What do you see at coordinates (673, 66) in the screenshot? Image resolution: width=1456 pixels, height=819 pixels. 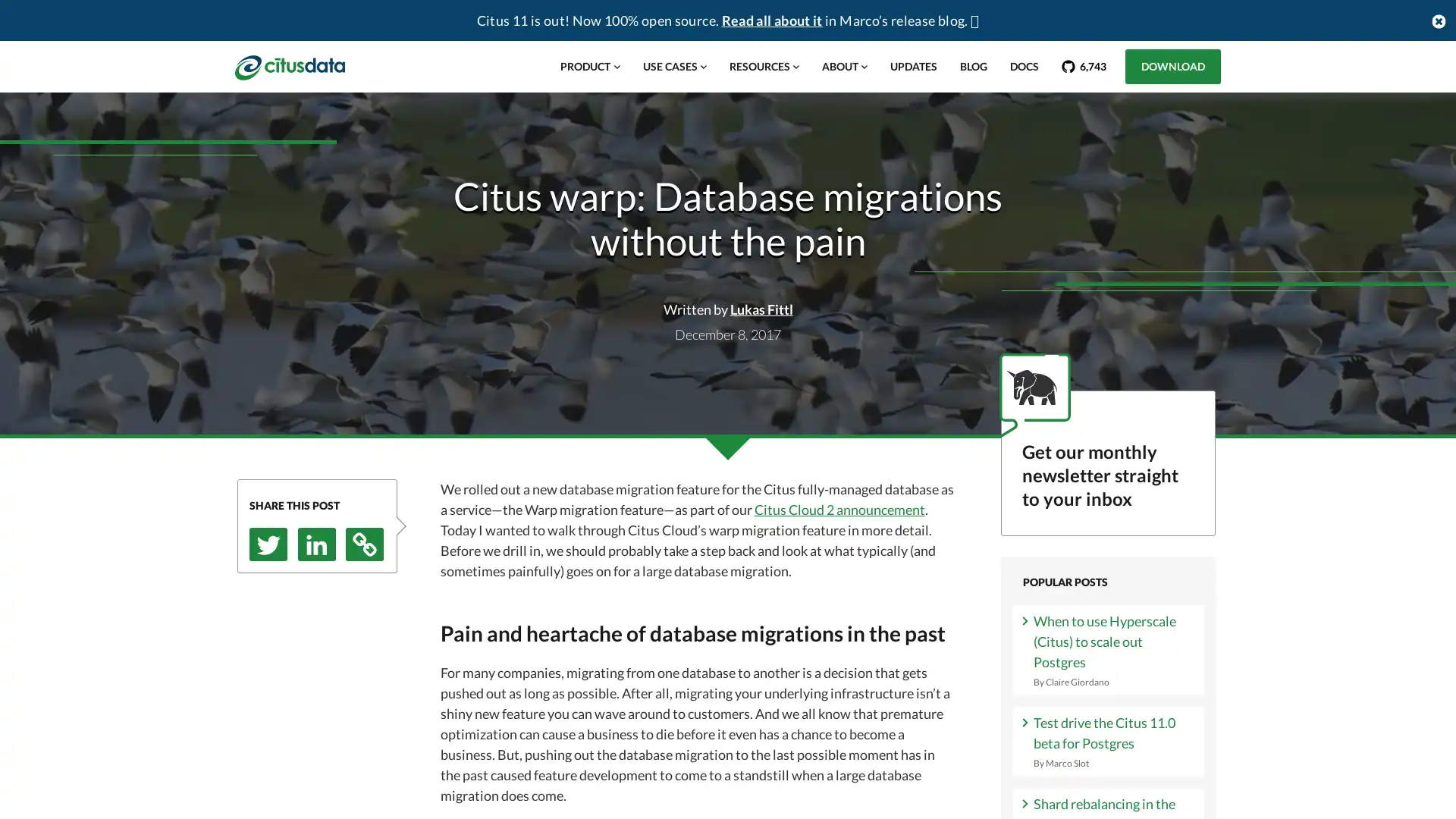 I see `USE CASES` at bounding box center [673, 66].